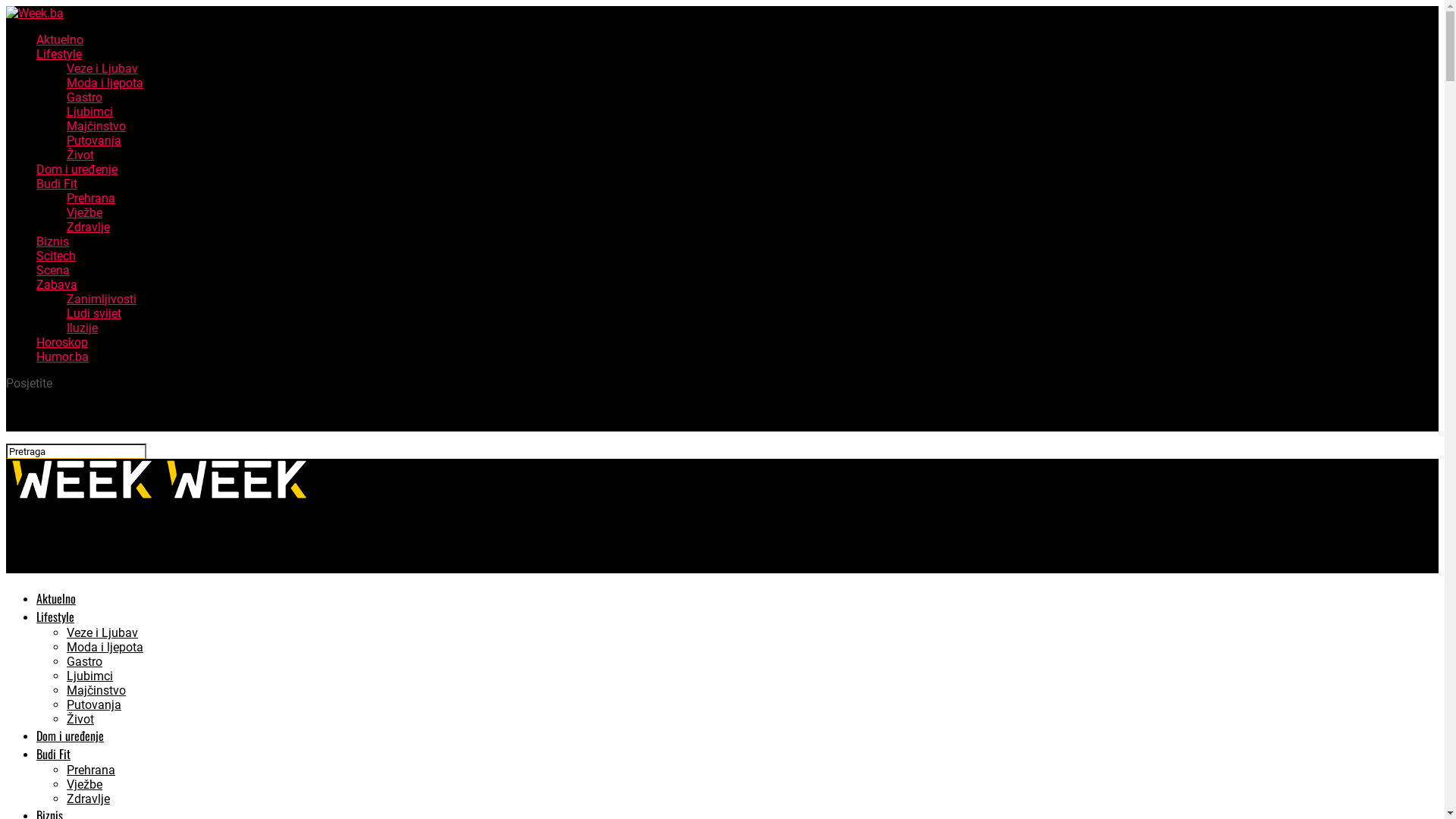 The width and height of the screenshot is (1456, 819). I want to click on 'Zanimljivosti', so click(101, 299).